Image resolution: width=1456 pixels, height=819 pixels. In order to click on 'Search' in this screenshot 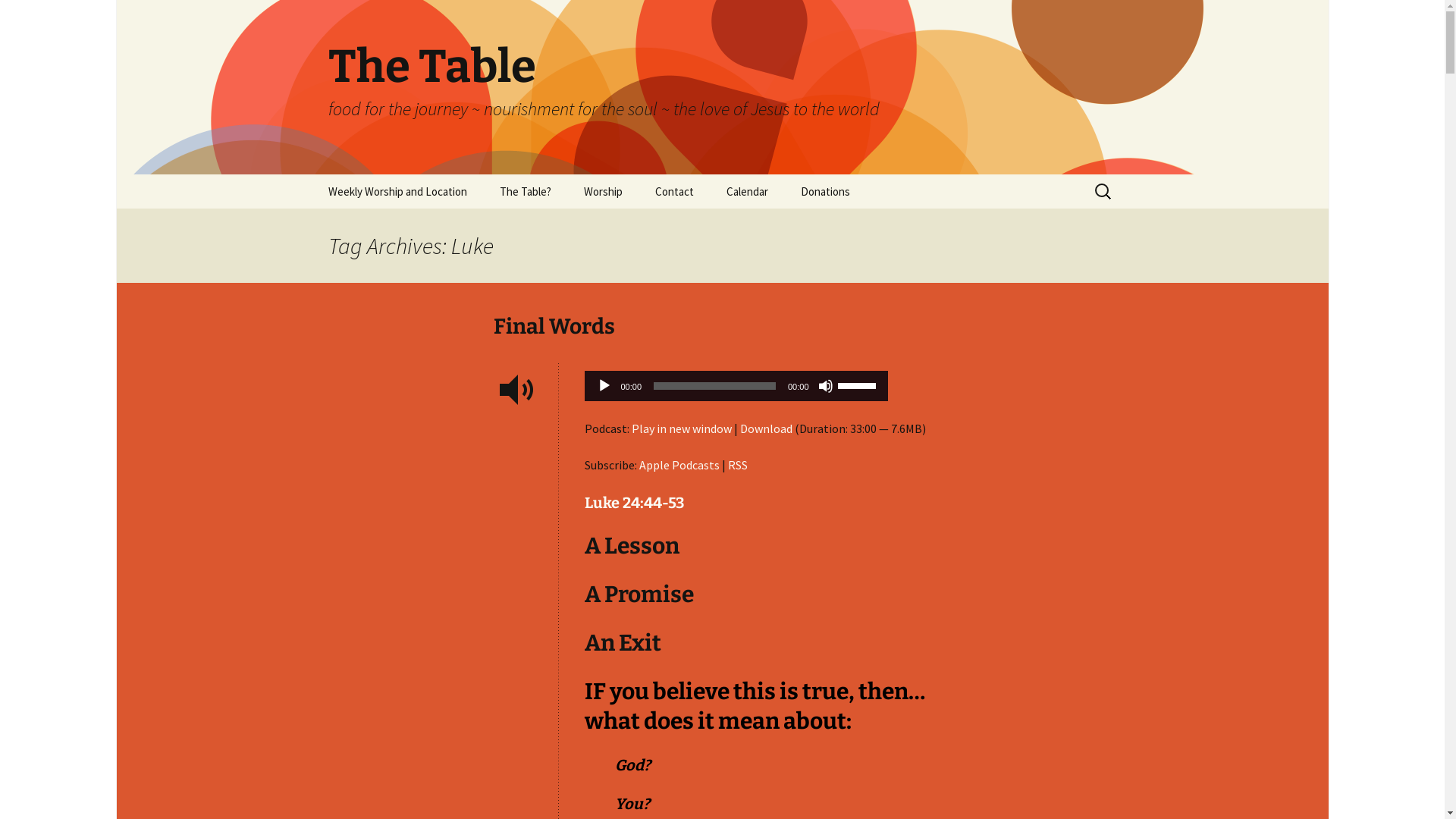, I will do `click(33, 15)`.